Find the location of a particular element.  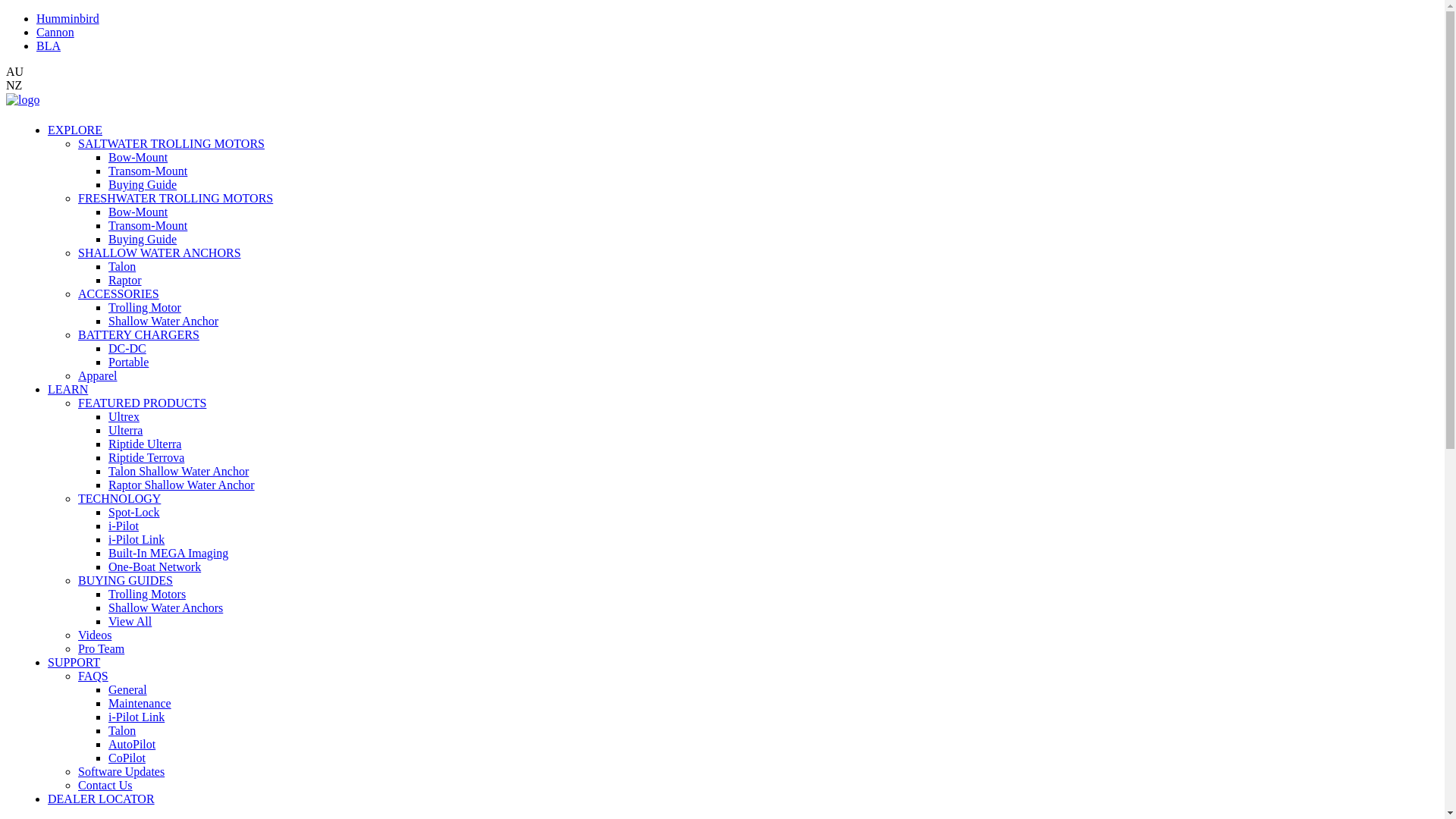

'ACCESSORIES' is located at coordinates (118, 293).